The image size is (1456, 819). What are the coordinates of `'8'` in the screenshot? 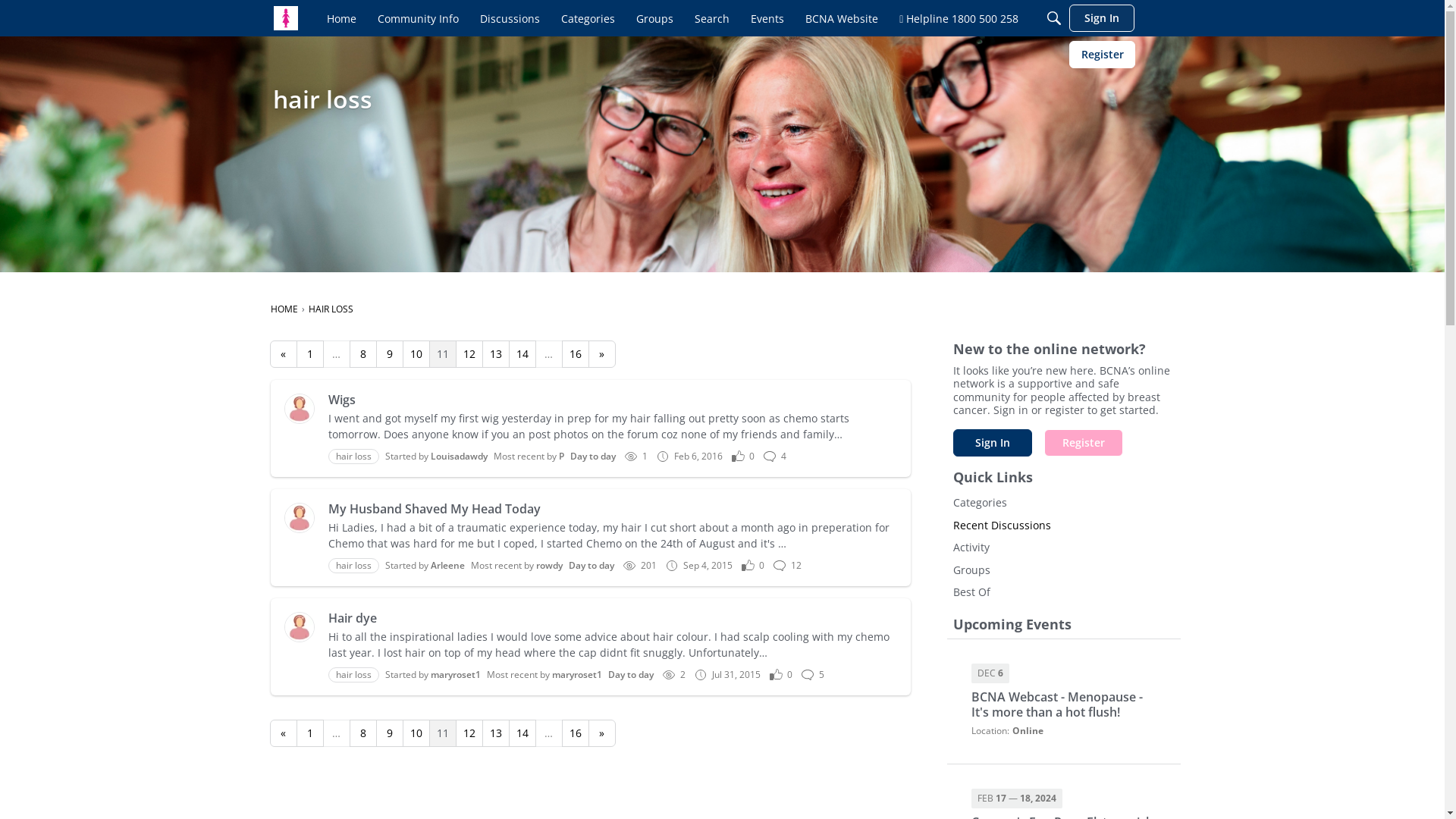 It's located at (362, 733).